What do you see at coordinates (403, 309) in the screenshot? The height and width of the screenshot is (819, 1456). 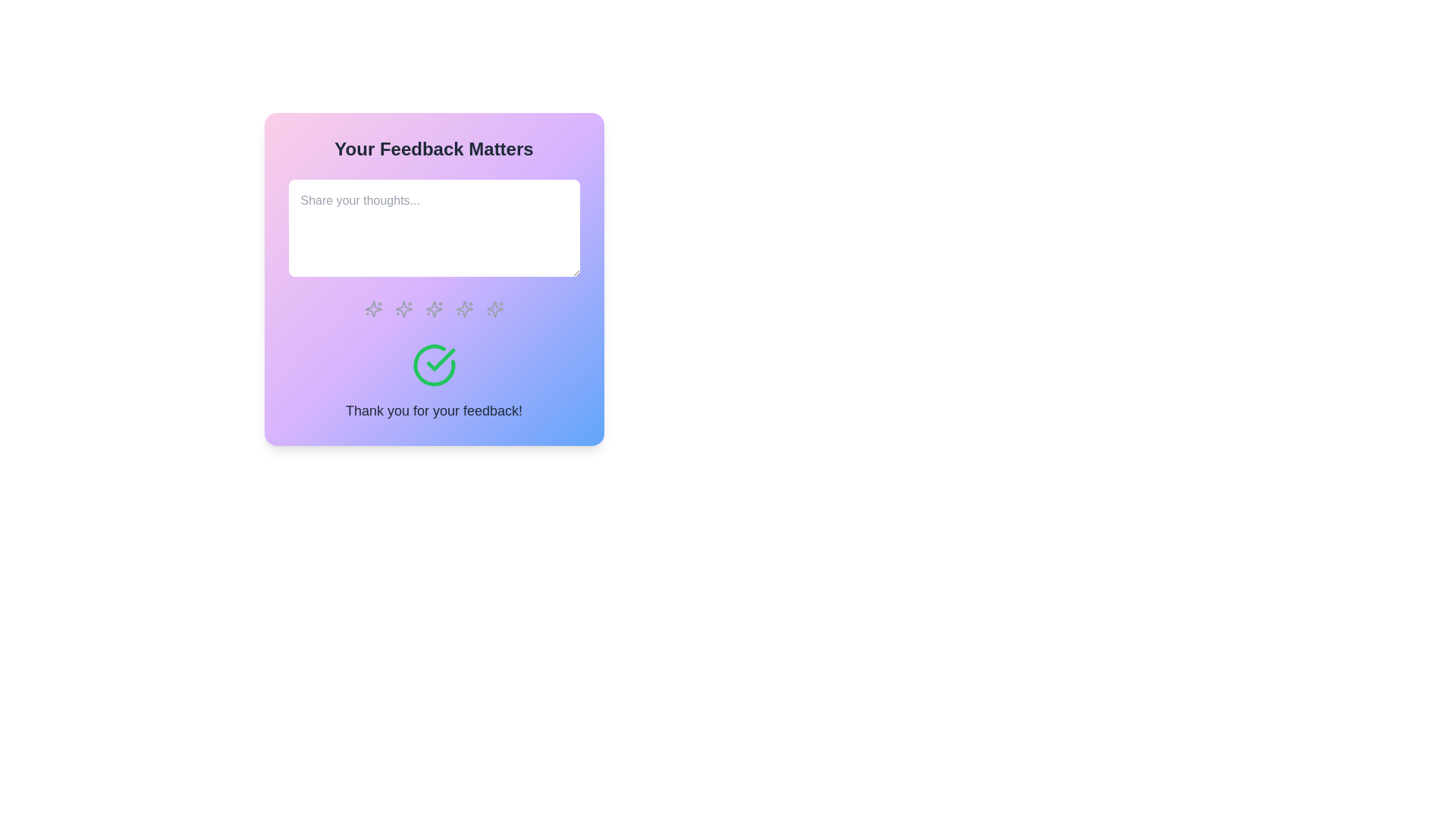 I see `the second star icon in the rating system, which is styled as a subtle gray sparkly star` at bounding box center [403, 309].